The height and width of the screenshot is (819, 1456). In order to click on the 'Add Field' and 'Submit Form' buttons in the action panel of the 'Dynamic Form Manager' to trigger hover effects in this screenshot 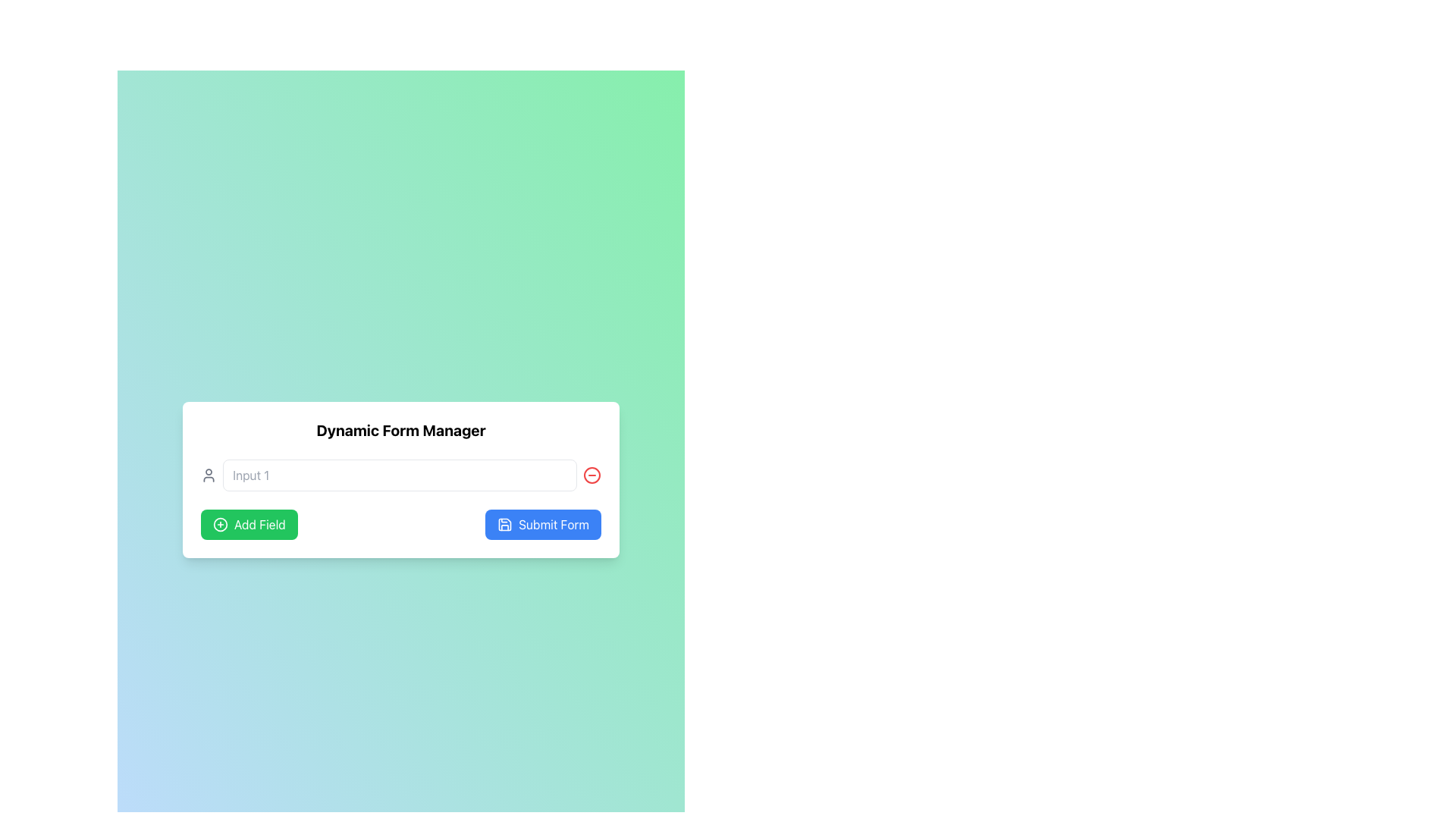, I will do `click(400, 523)`.